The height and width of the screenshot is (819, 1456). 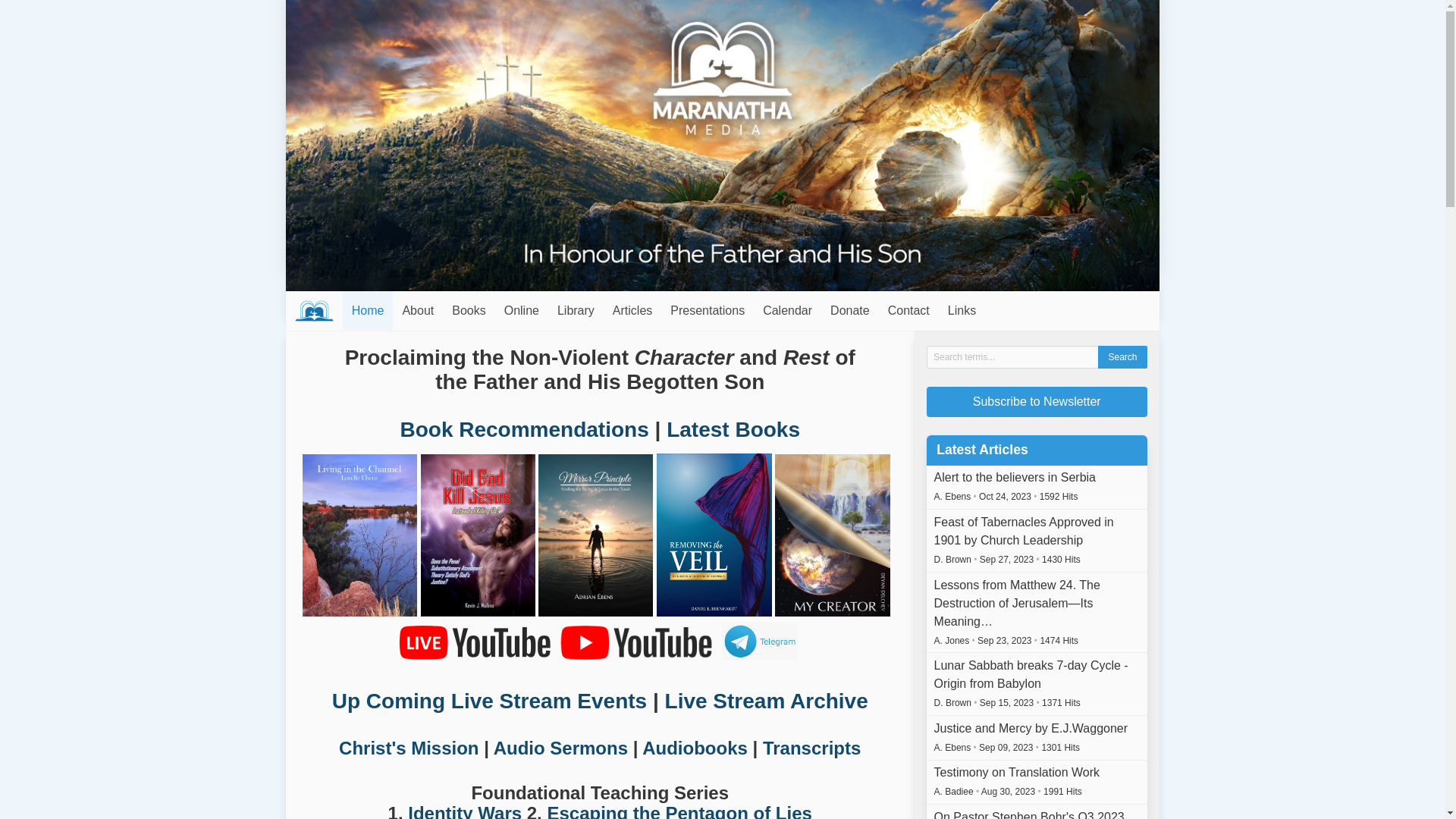 I want to click on 'Articles', so click(x=603, y=309).